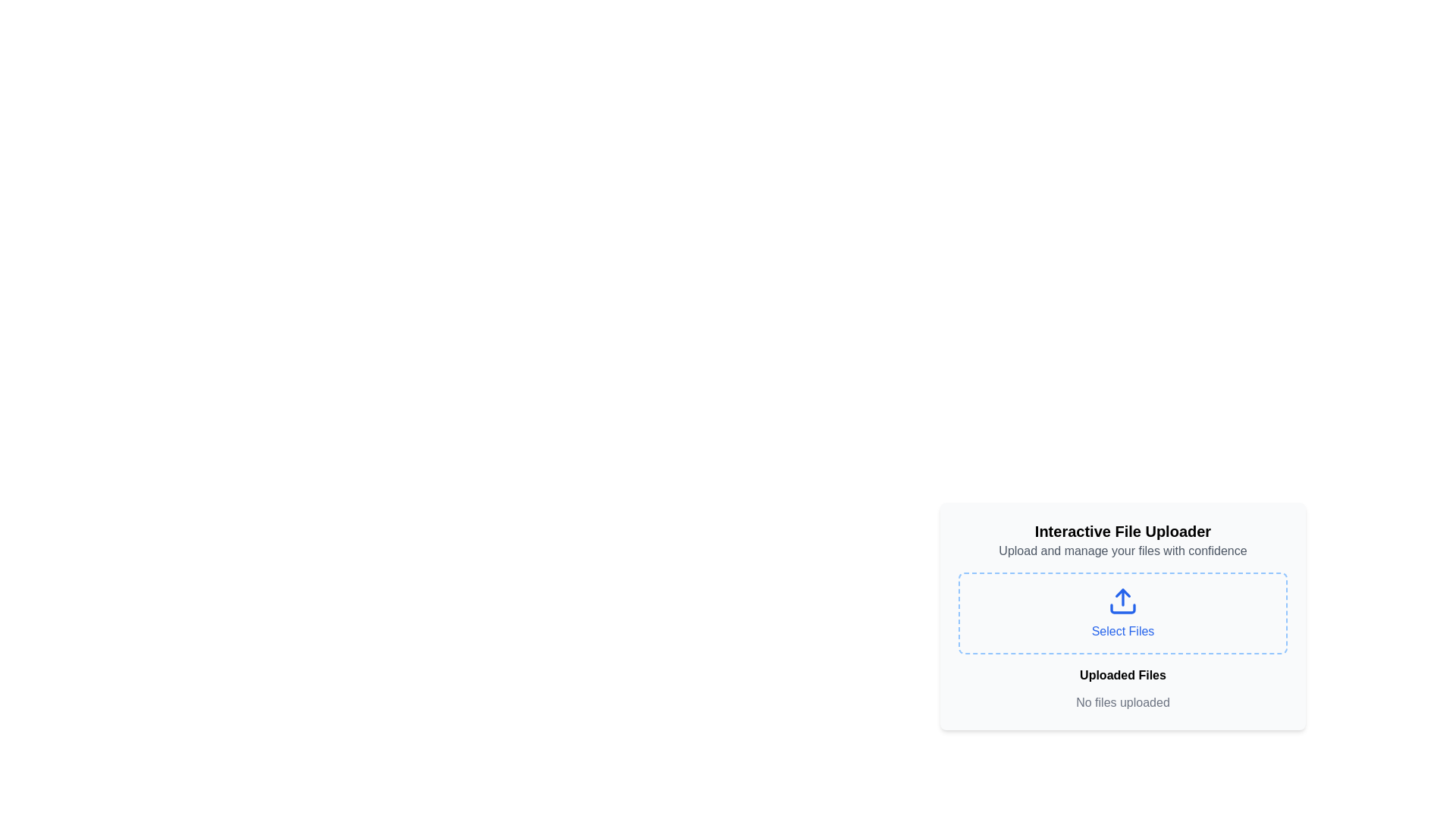 Image resolution: width=1456 pixels, height=819 pixels. Describe the element at coordinates (1123, 613) in the screenshot. I see `the 'Select Files' button, which is a rectangular button with a dashed blue border and rounded outline, featuring an upload icon and located below the header 'Interactive File Uploader'` at that location.